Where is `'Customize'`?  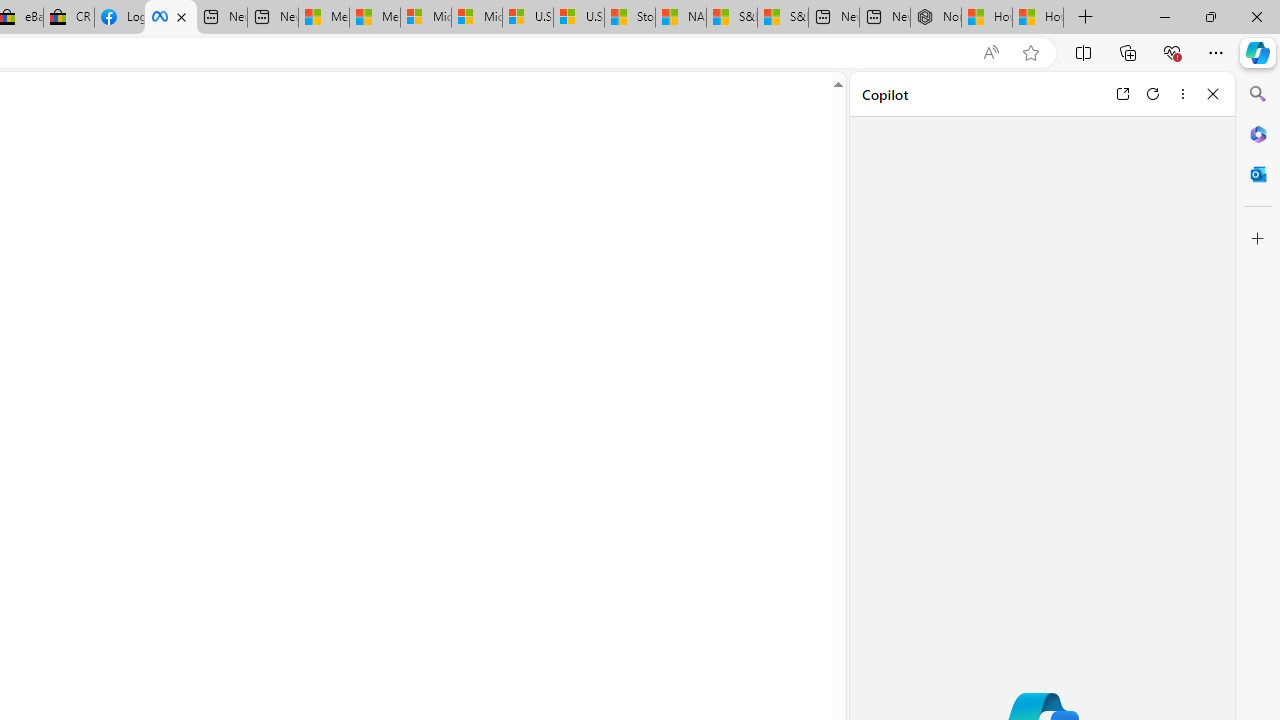 'Customize' is located at coordinates (1257, 238).